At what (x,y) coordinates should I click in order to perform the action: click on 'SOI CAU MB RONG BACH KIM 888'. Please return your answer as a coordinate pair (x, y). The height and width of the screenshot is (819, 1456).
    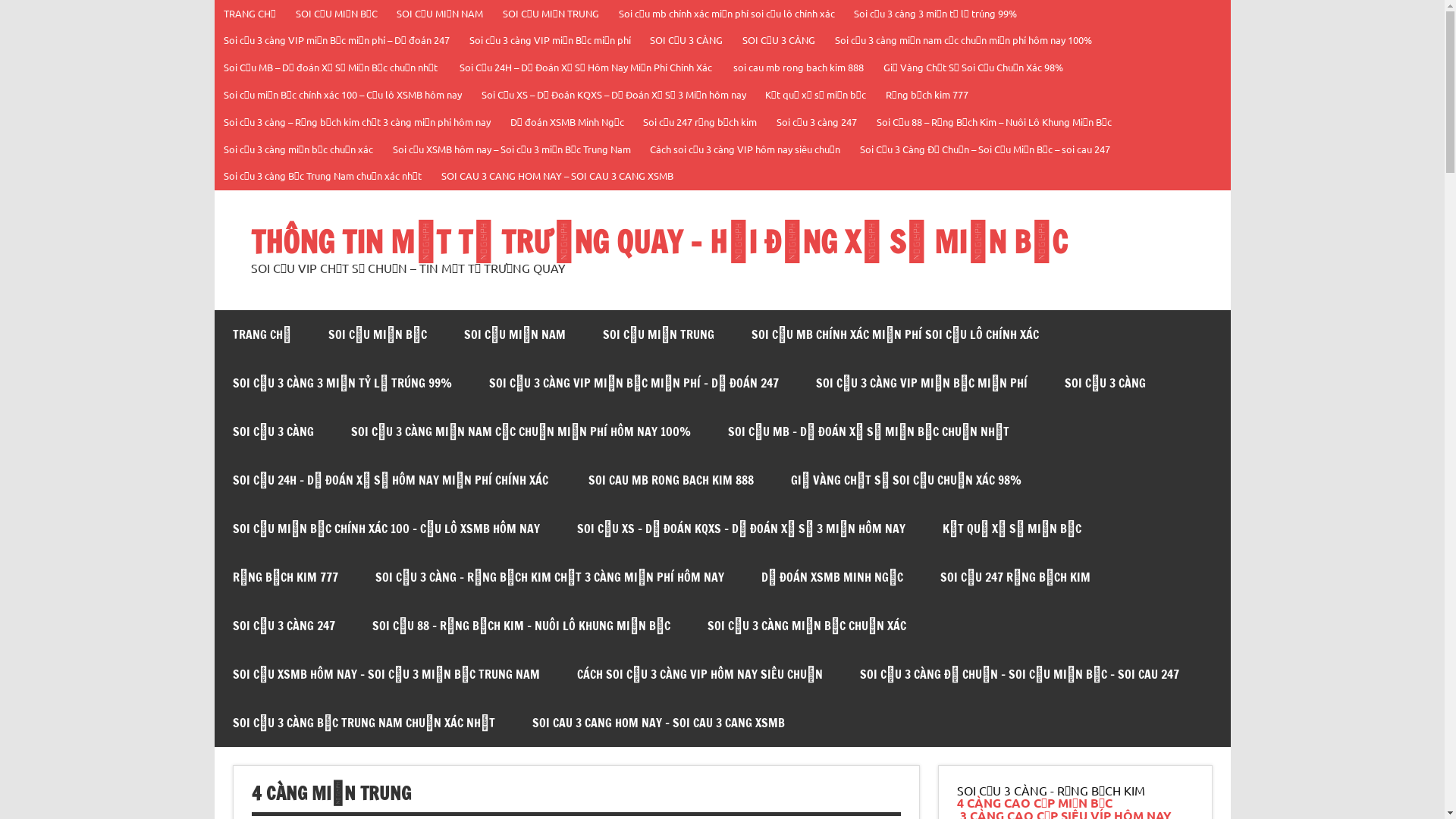
    Looking at the image, I should click on (570, 479).